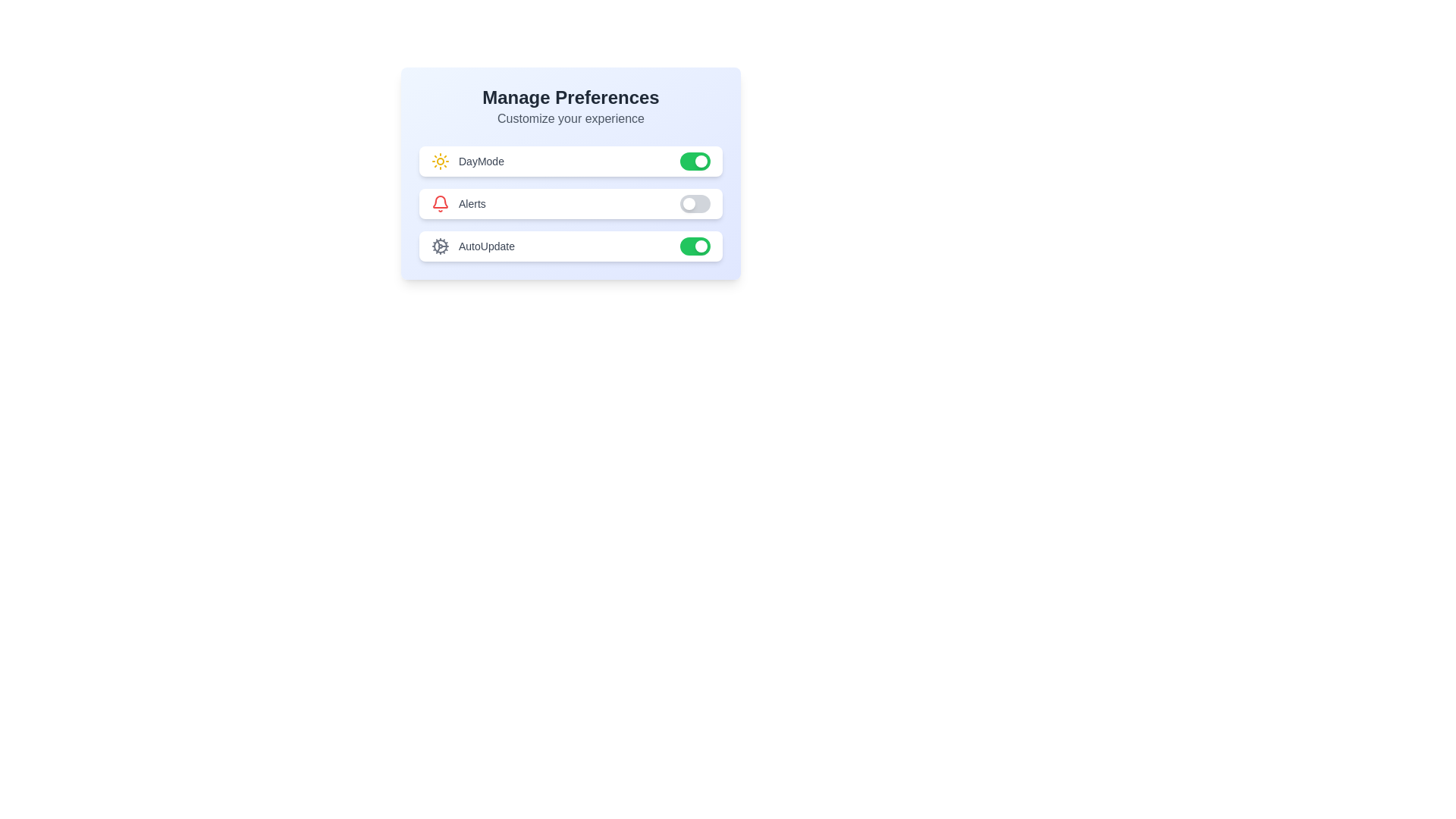 This screenshot has width=1456, height=819. Describe the element at coordinates (472, 245) in the screenshot. I see `the 'autoUpdate' labeled preference option which is the third item in a vertical list of preference options, located directly below the 'Alerts' option` at that location.